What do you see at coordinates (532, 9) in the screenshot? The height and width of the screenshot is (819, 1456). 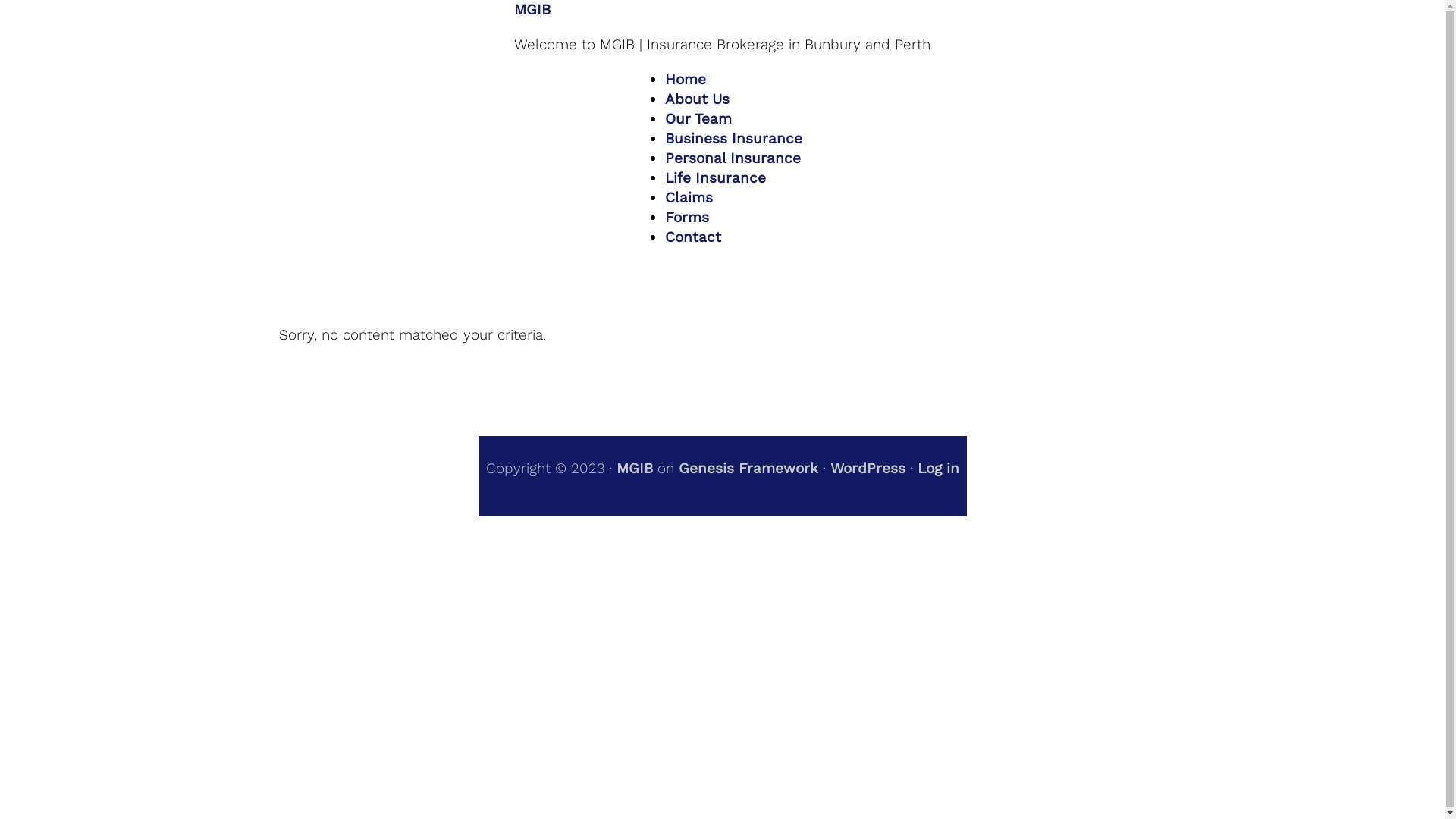 I see `'MGIB'` at bounding box center [532, 9].